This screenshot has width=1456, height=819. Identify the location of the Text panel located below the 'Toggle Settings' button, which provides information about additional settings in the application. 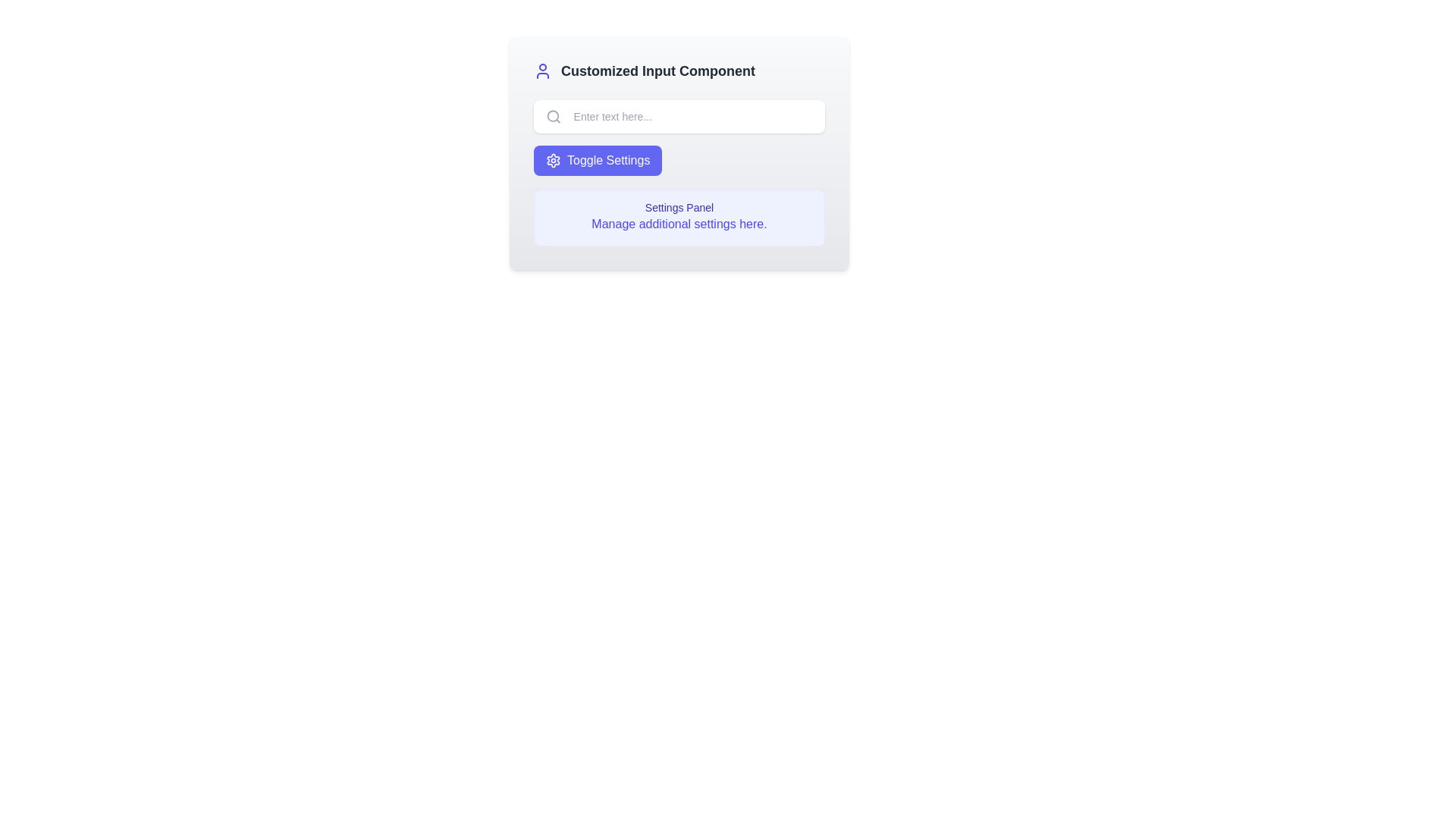
(679, 216).